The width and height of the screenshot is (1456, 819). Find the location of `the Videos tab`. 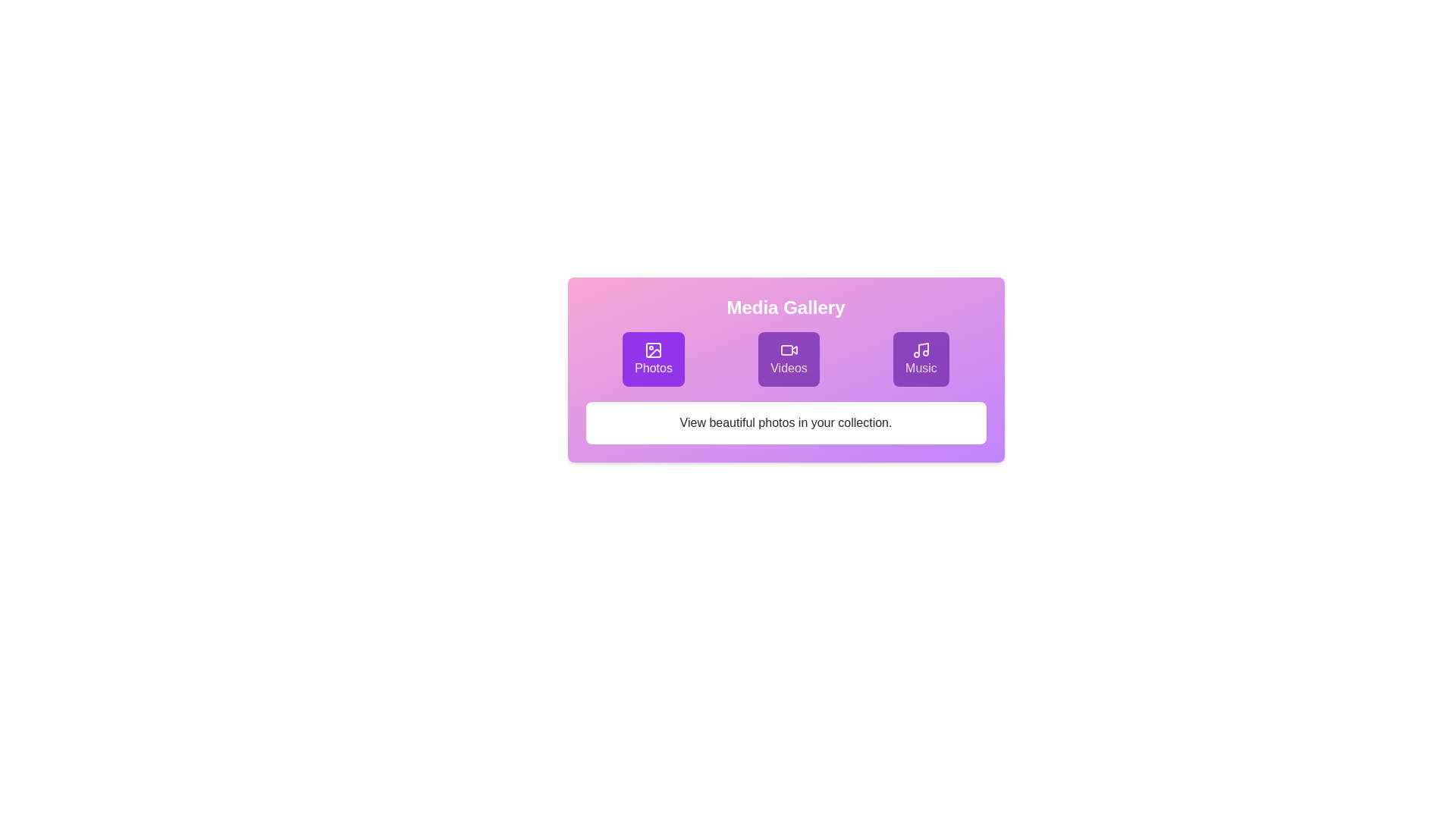

the Videos tab is located at coordinates (789, 359).